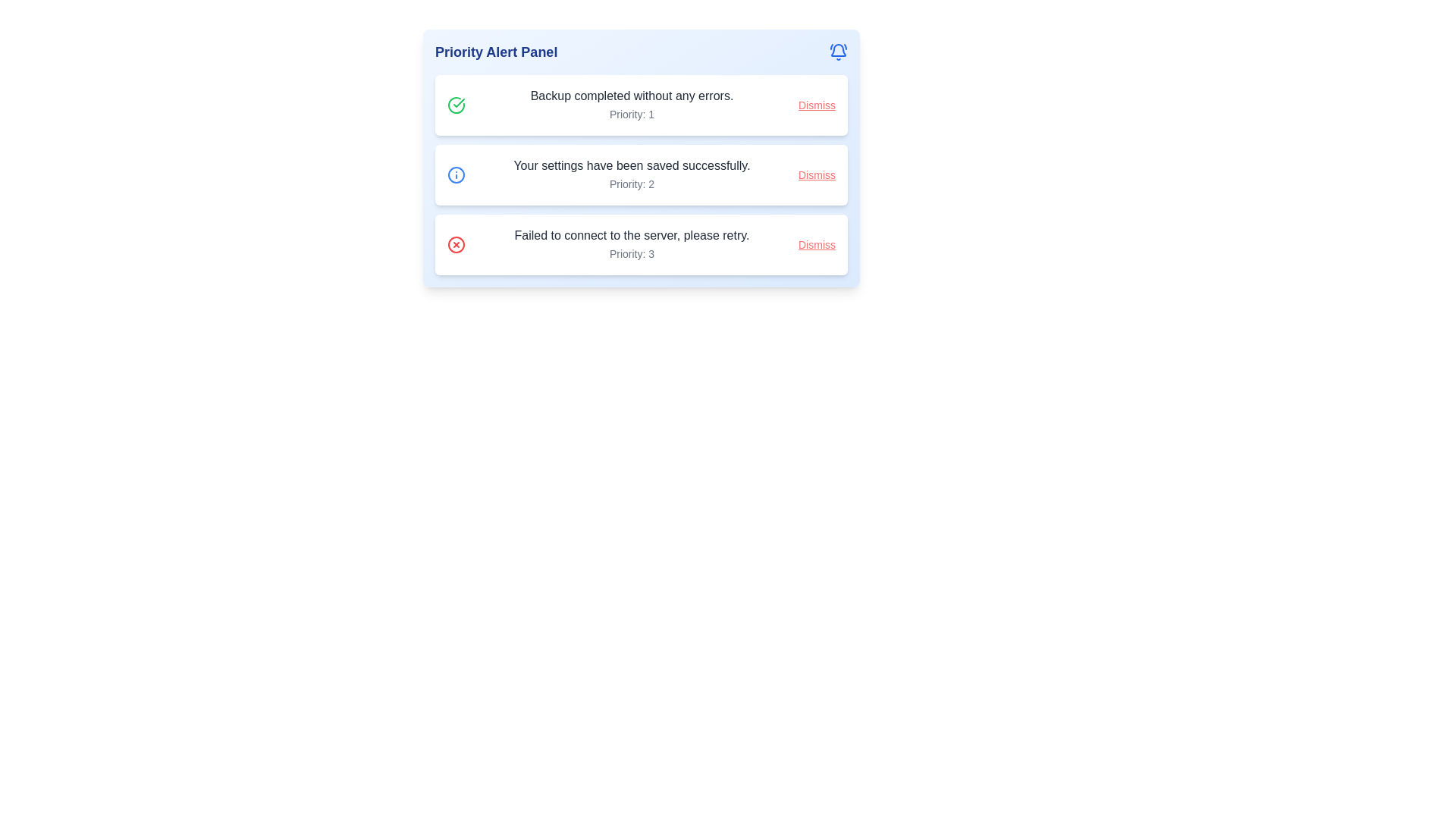 The height and width of the screenshot is (819, 1456). What do you see at coordinates (632, 253) in the screenshot?
I see `priority level label located under the main message 'Failed to connect to the server, please retry.' in the third alert entry of the 'Priority Alert Panel'` at bounding box center [632, 253].